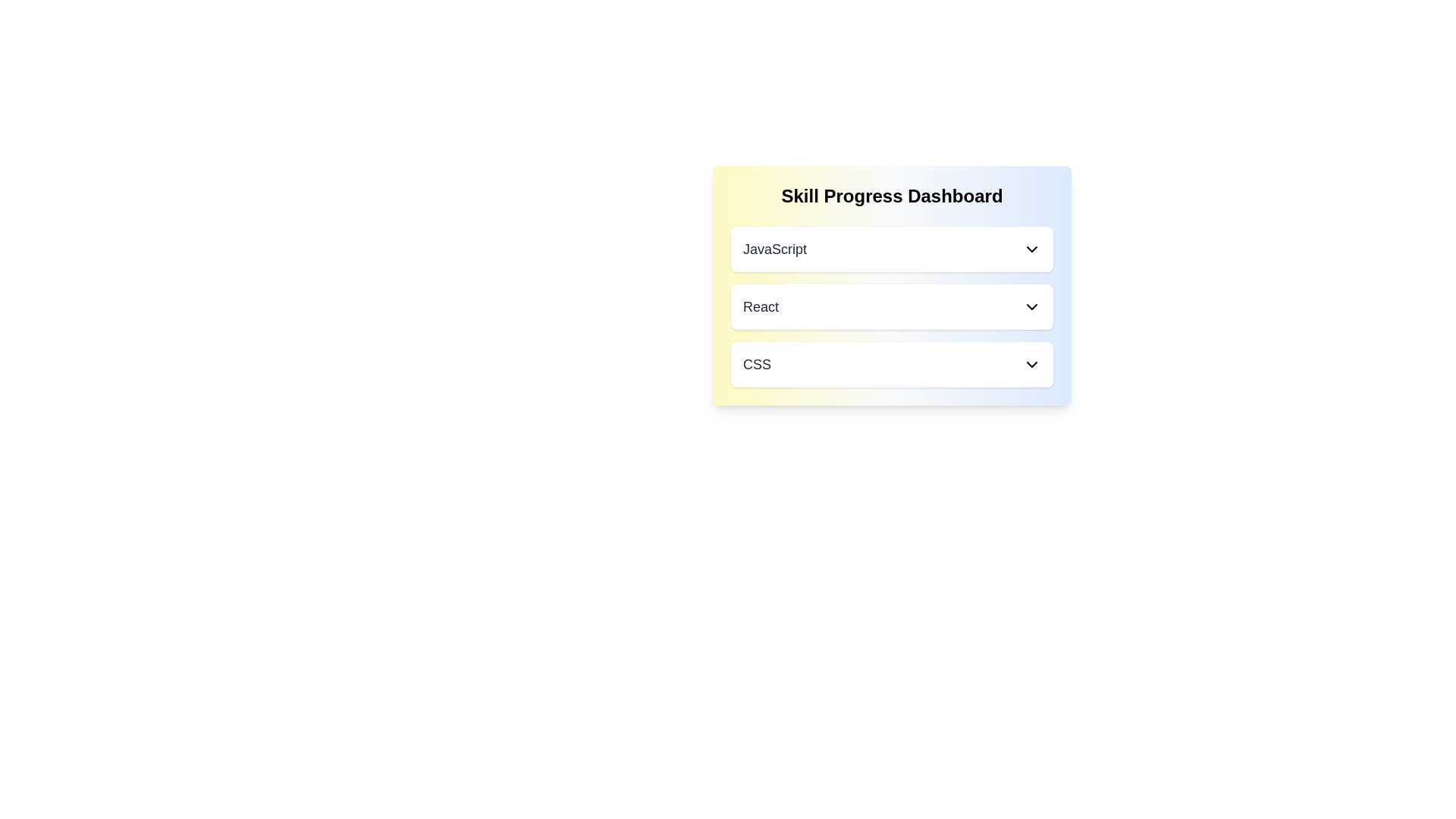  Describe the element at coordinates (775, 248) in the screenshot. I see `the text label displaying 'JavaScript' in bold, dark gray color located in the topmost dropdown field of a vertical list of dropdowns` at that location.